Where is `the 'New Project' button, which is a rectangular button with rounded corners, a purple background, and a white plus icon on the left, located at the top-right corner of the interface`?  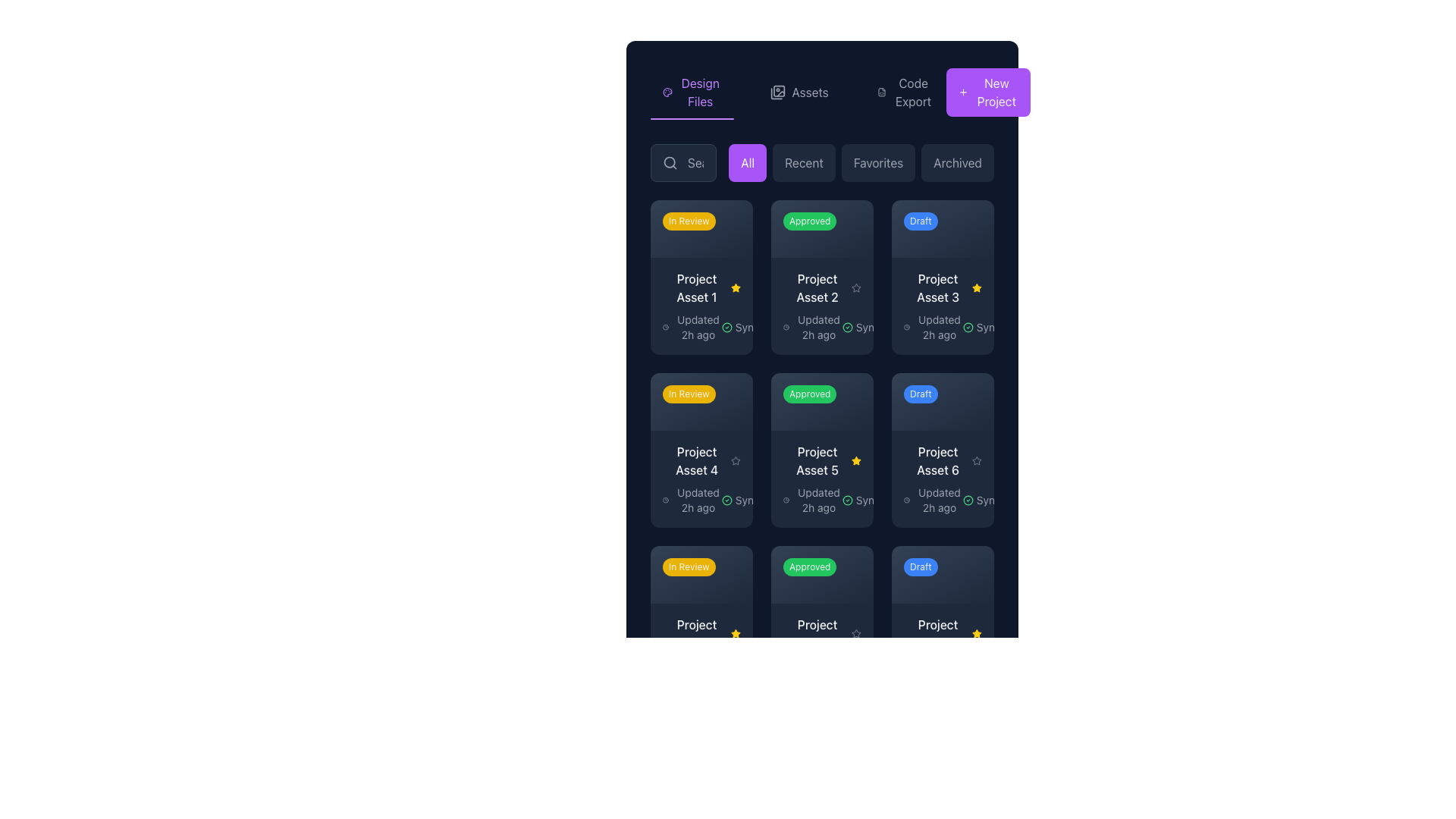
the 'New Project' button, which is a rectangular button with rounded corners, a purple background, and a white plus icon on the left, located at the top-right corner of the interface is located at coordinates (988, 93).